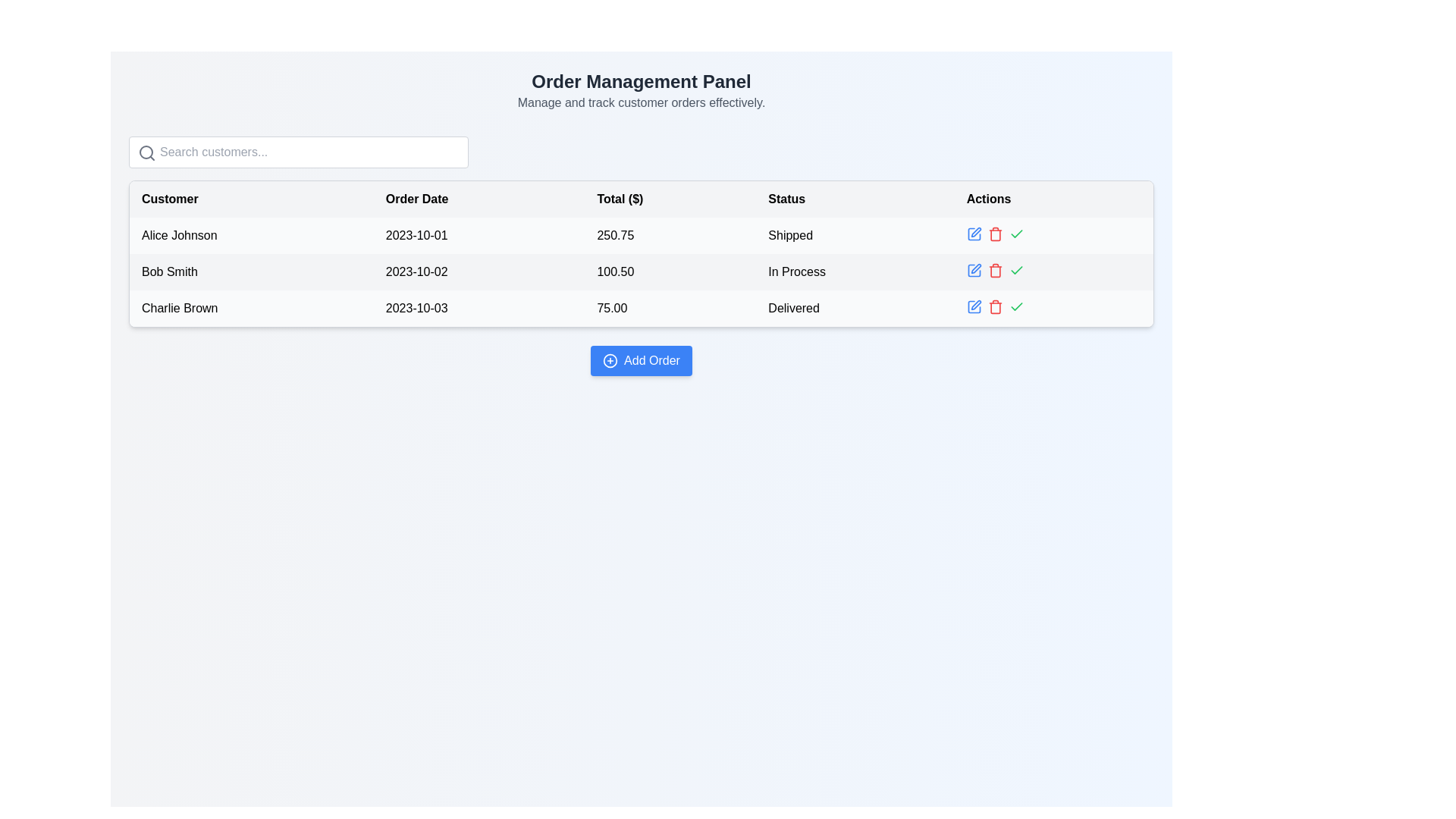 Image resolution: width=1456 pixels, height=819 pixels. I want to click on instructional text label located directly below the 'Order Management Panel' heading, which serves as a descriptive subtitle for the panel, so click(641, 102).